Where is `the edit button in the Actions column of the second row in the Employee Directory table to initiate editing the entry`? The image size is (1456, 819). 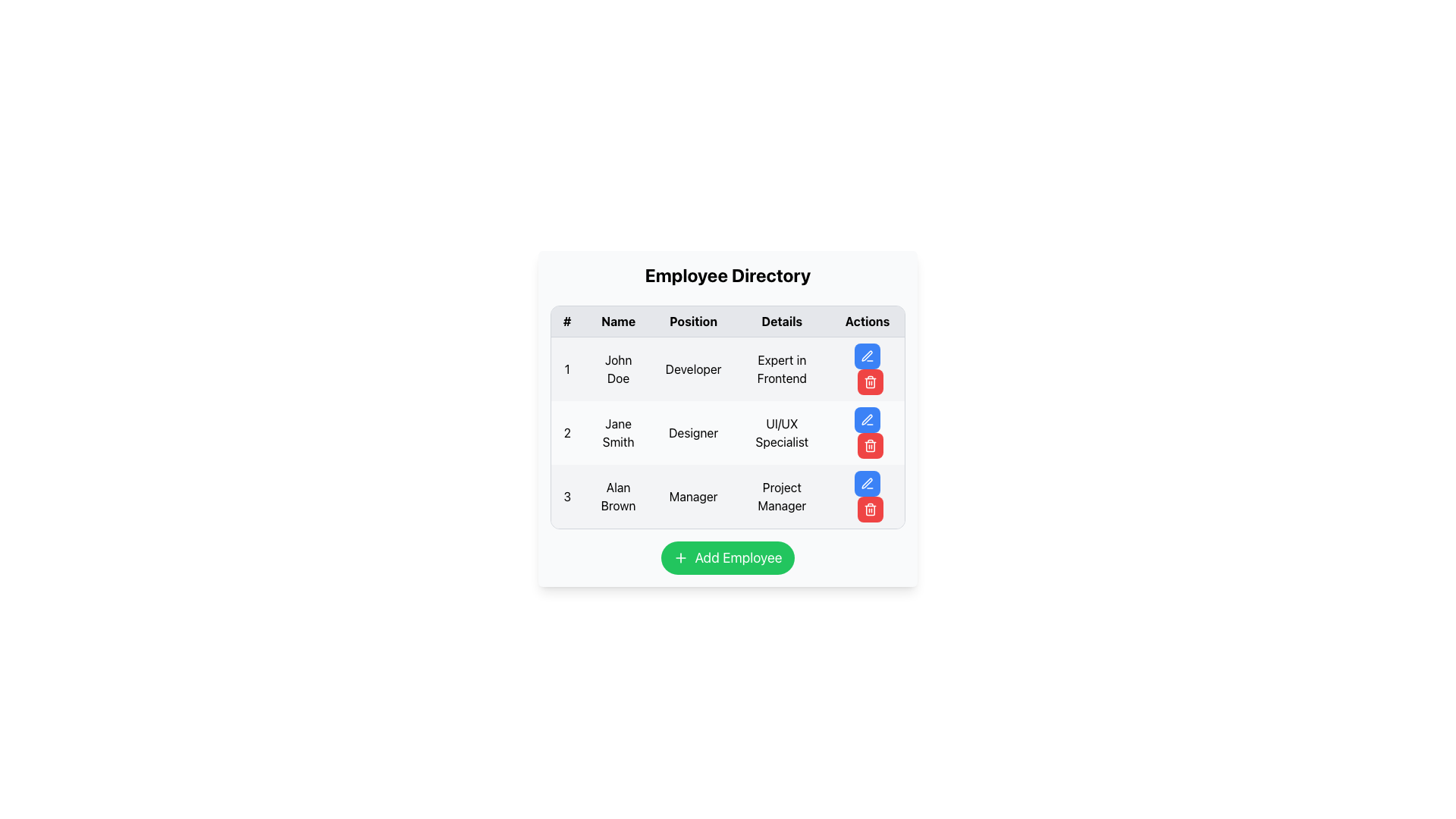
the edit button in the Actions column of the second row in the Employee Directory table to initiate editing the entry is located at coordinates (867, 420).